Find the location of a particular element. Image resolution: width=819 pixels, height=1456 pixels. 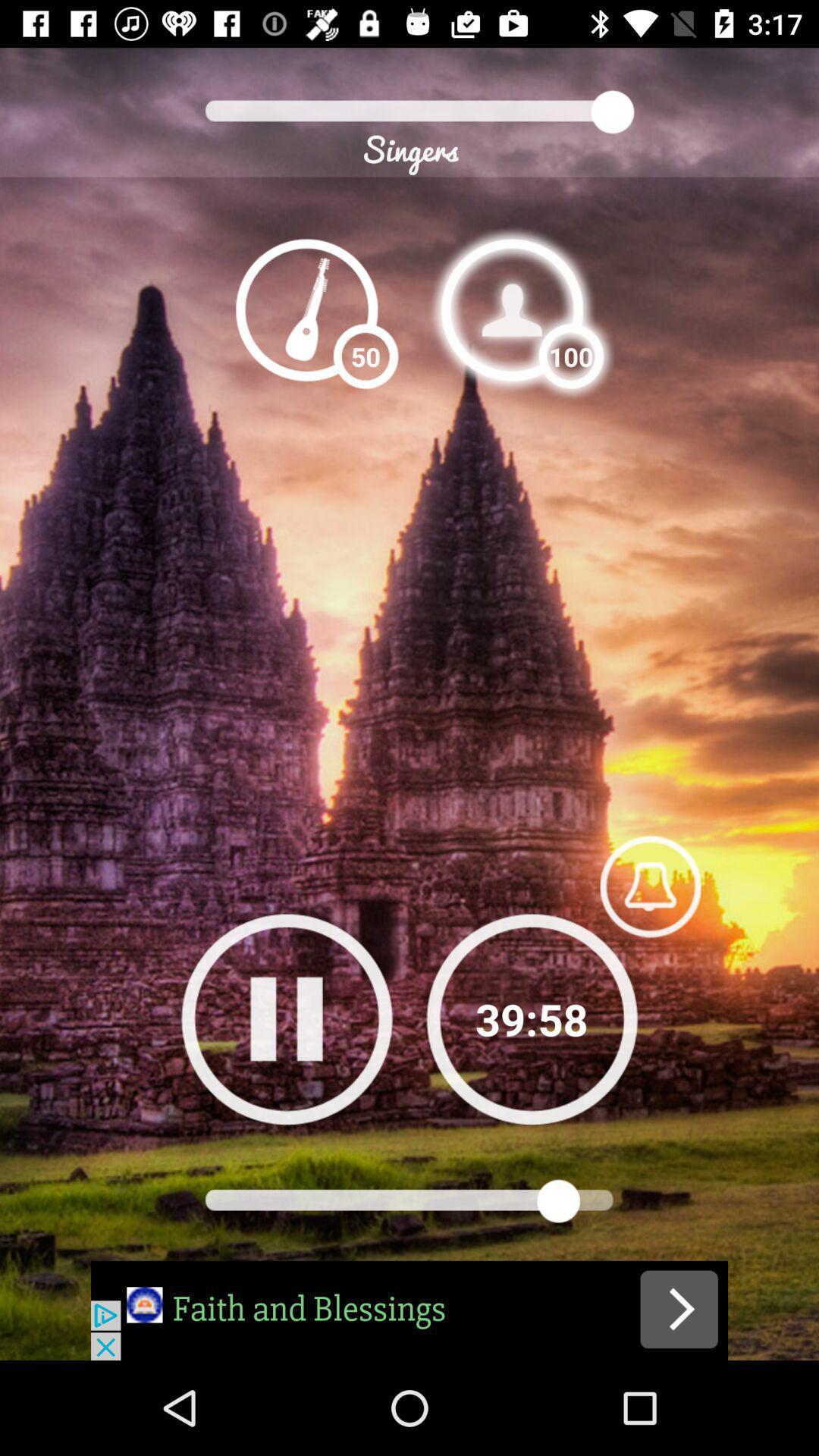

open advertisement is located at coordinates (409, 1310).